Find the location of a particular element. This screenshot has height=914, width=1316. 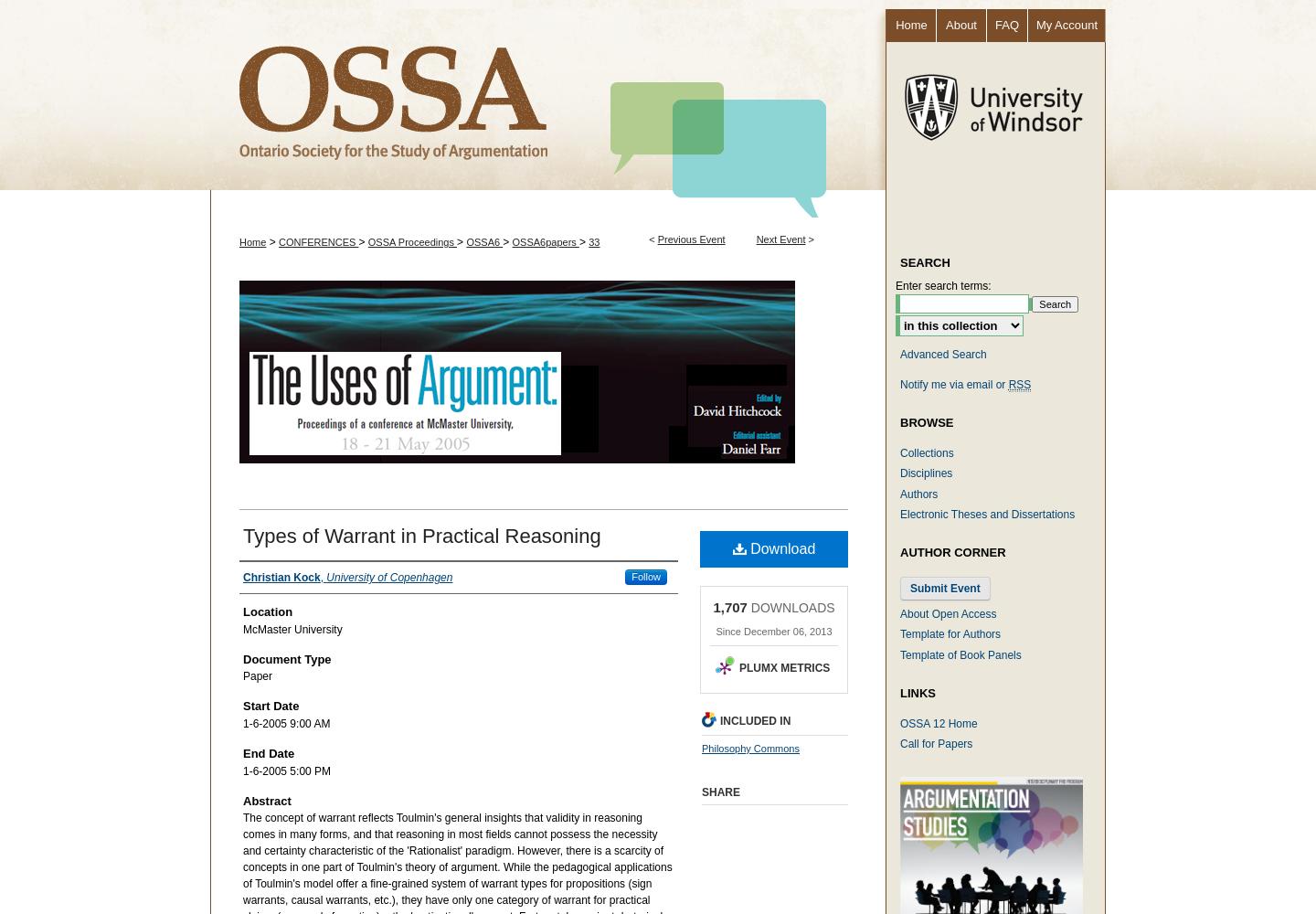

'1-6-2005 9:00 AM' is located at coordinates (241, 724).